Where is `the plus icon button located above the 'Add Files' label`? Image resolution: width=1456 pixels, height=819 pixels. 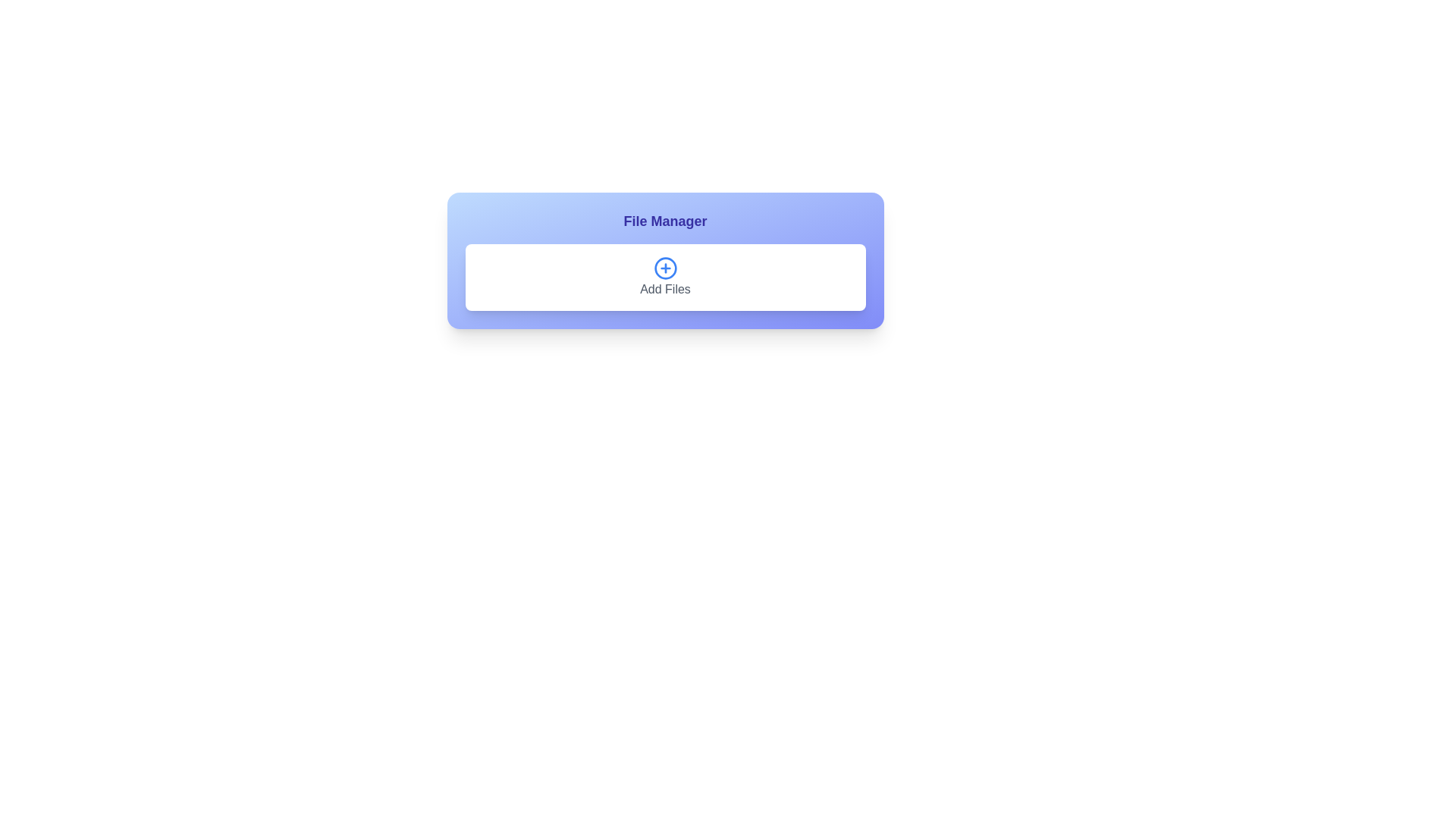 the plus icon button located above the 'Add Files' label is located at coordinates (665, 268).